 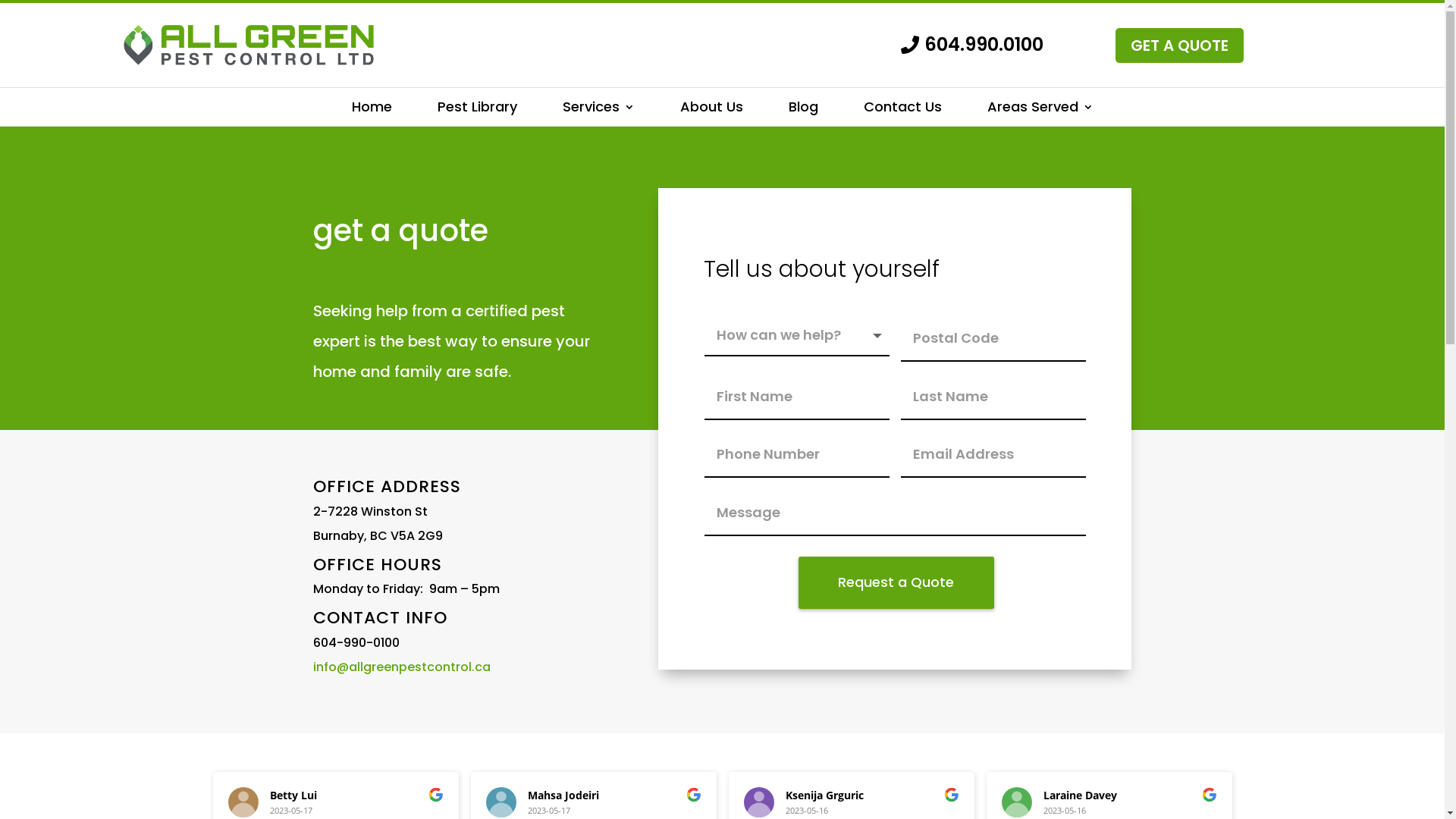 What do you see at coordinates (475, 109) in the screenshot?
I see `'Pest Library'` at bounding box center [475, 109].